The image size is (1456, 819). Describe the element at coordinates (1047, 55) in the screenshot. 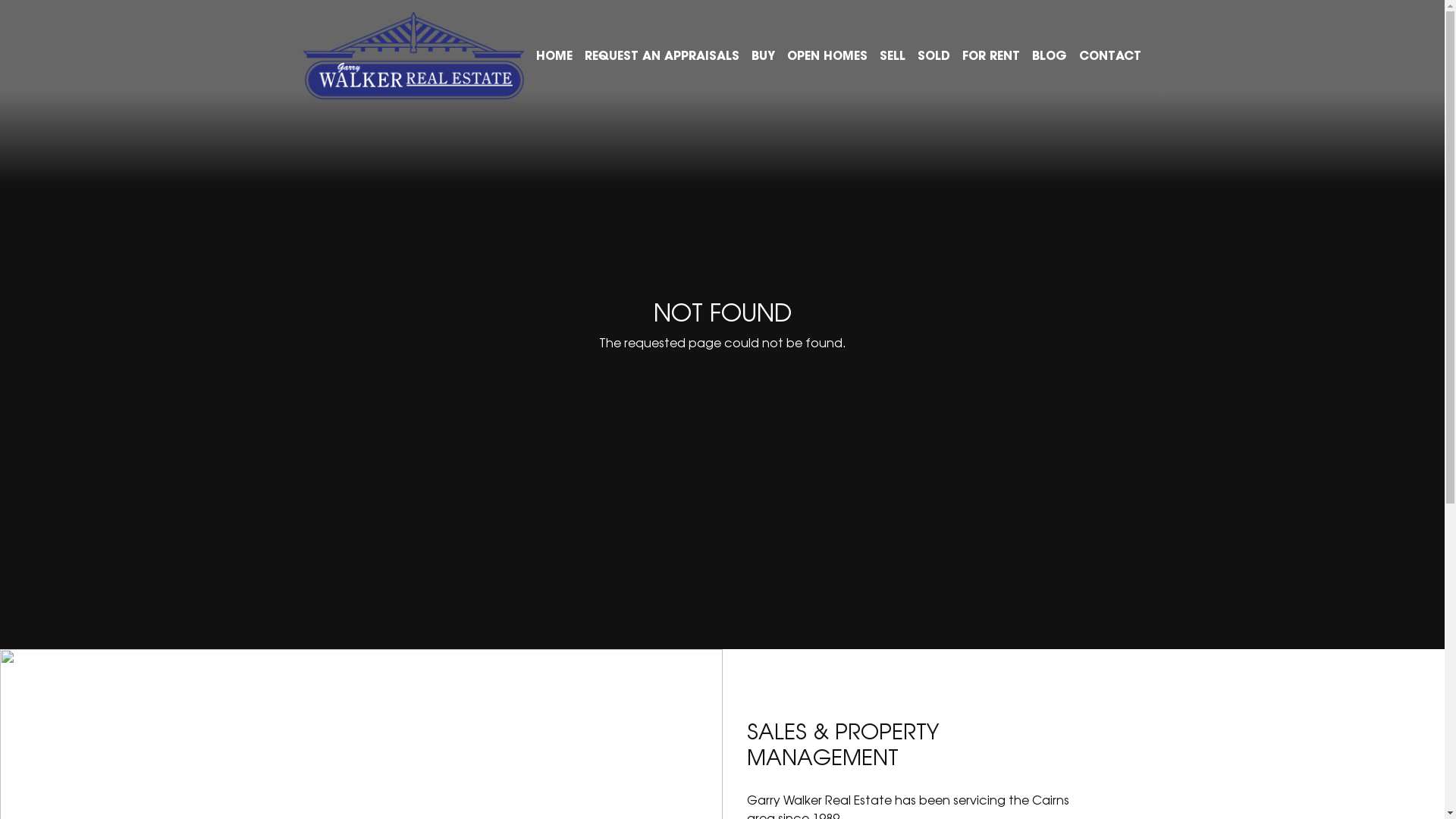

I see `'BLOG'` at that location.